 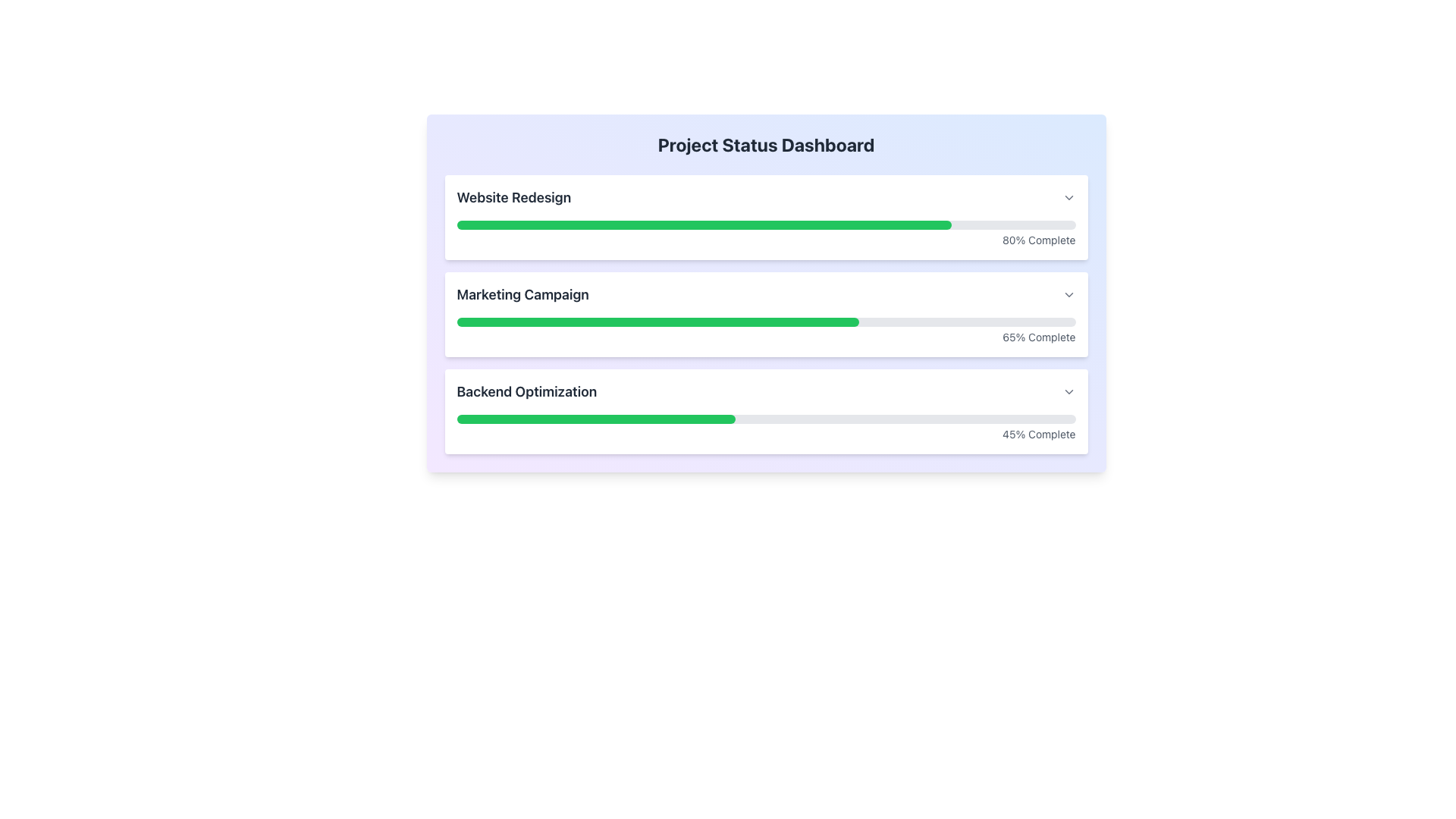 I want to click on the Card element displaying the progress of the 'Backend Optimization' task, which is the third card in the vertical list of cards, so click(x=766, y=412).